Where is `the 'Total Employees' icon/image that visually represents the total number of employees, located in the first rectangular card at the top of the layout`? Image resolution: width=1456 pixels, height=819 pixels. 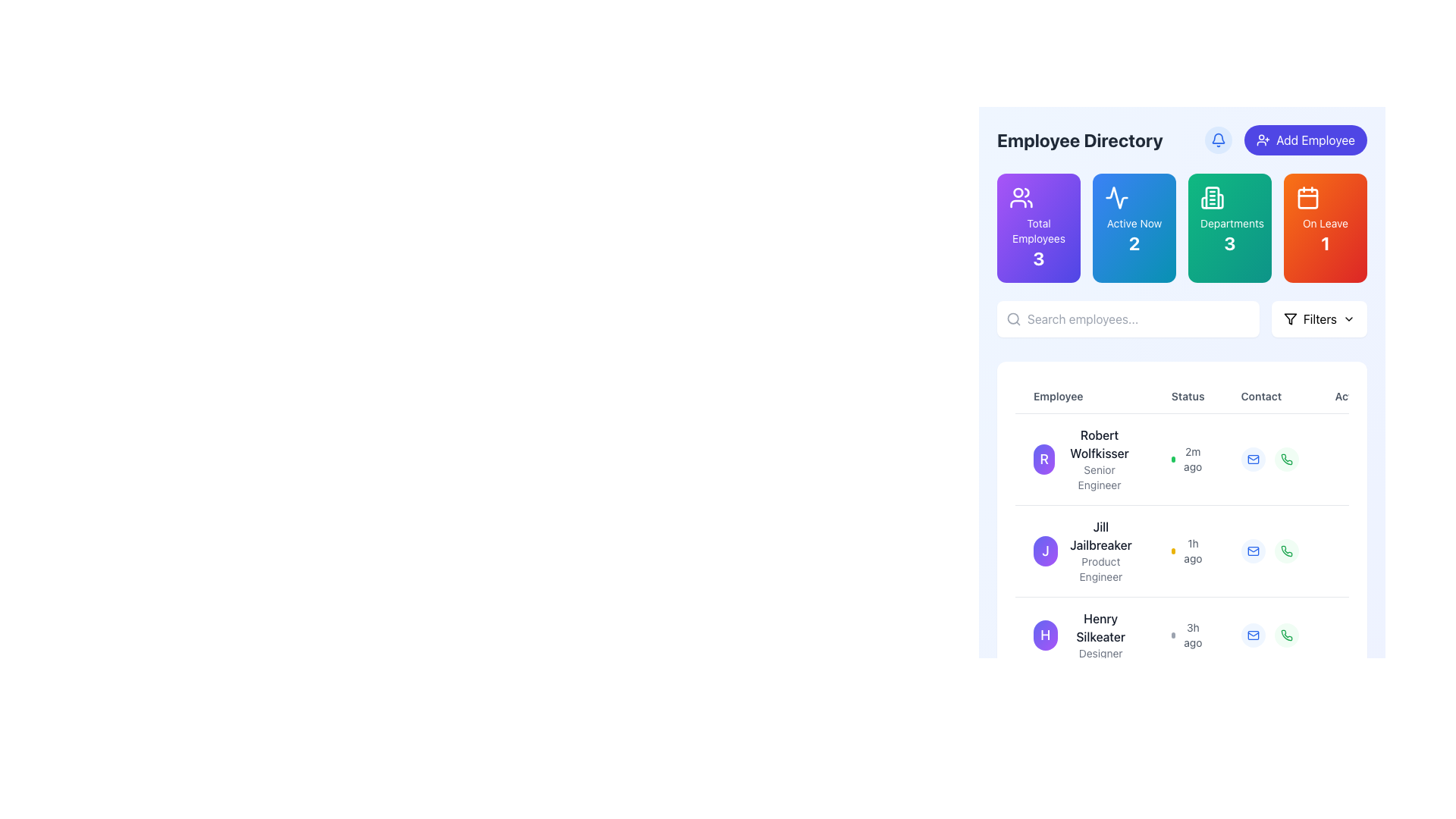 the 'Total Employees' icon/image that visually represents the total number of employees, located in the first rectangular card at the top of the layout is located at coordinates (1021, 197).